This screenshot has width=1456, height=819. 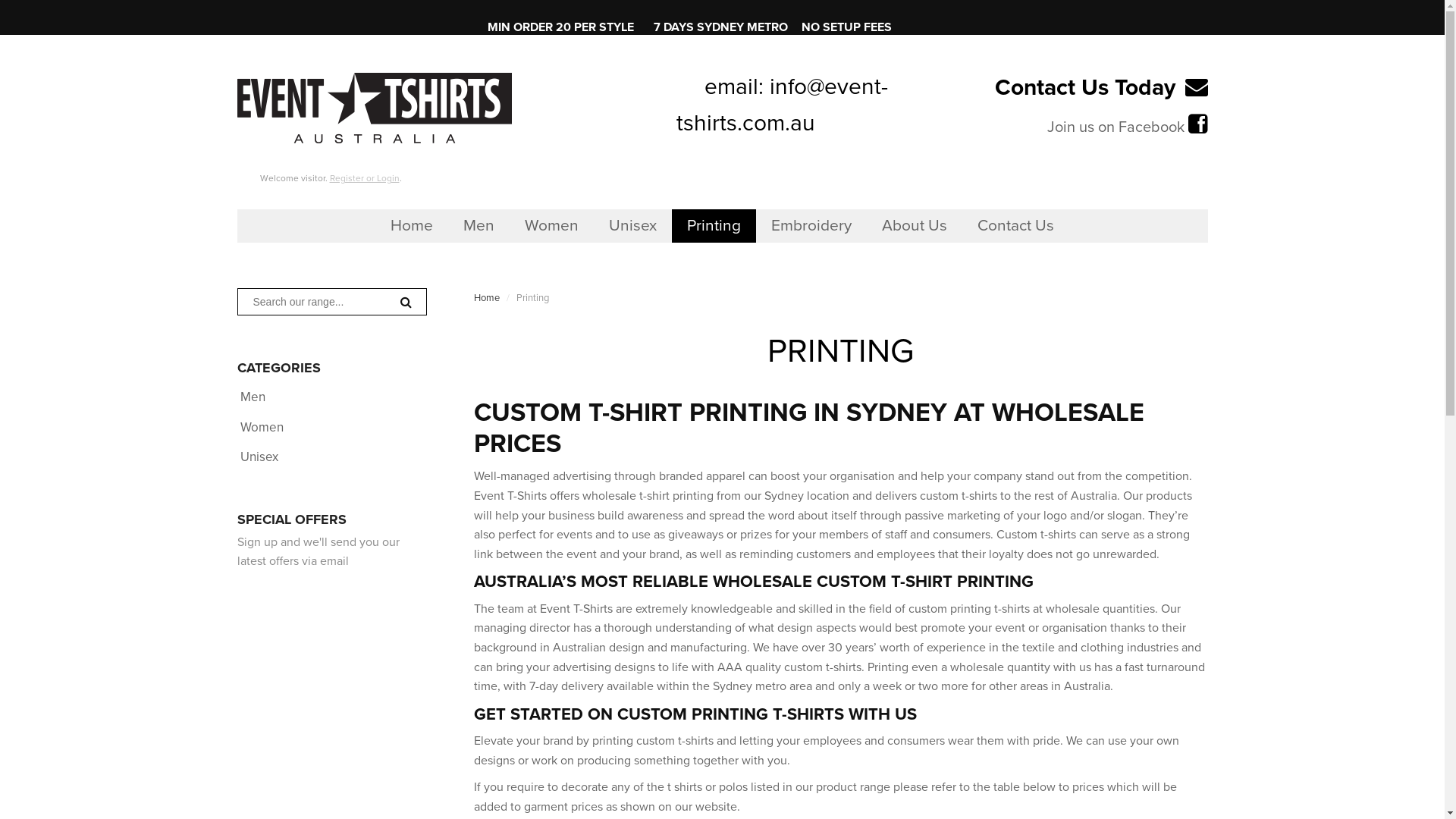 I want to click on 'Men', so click(x=239, y=396).